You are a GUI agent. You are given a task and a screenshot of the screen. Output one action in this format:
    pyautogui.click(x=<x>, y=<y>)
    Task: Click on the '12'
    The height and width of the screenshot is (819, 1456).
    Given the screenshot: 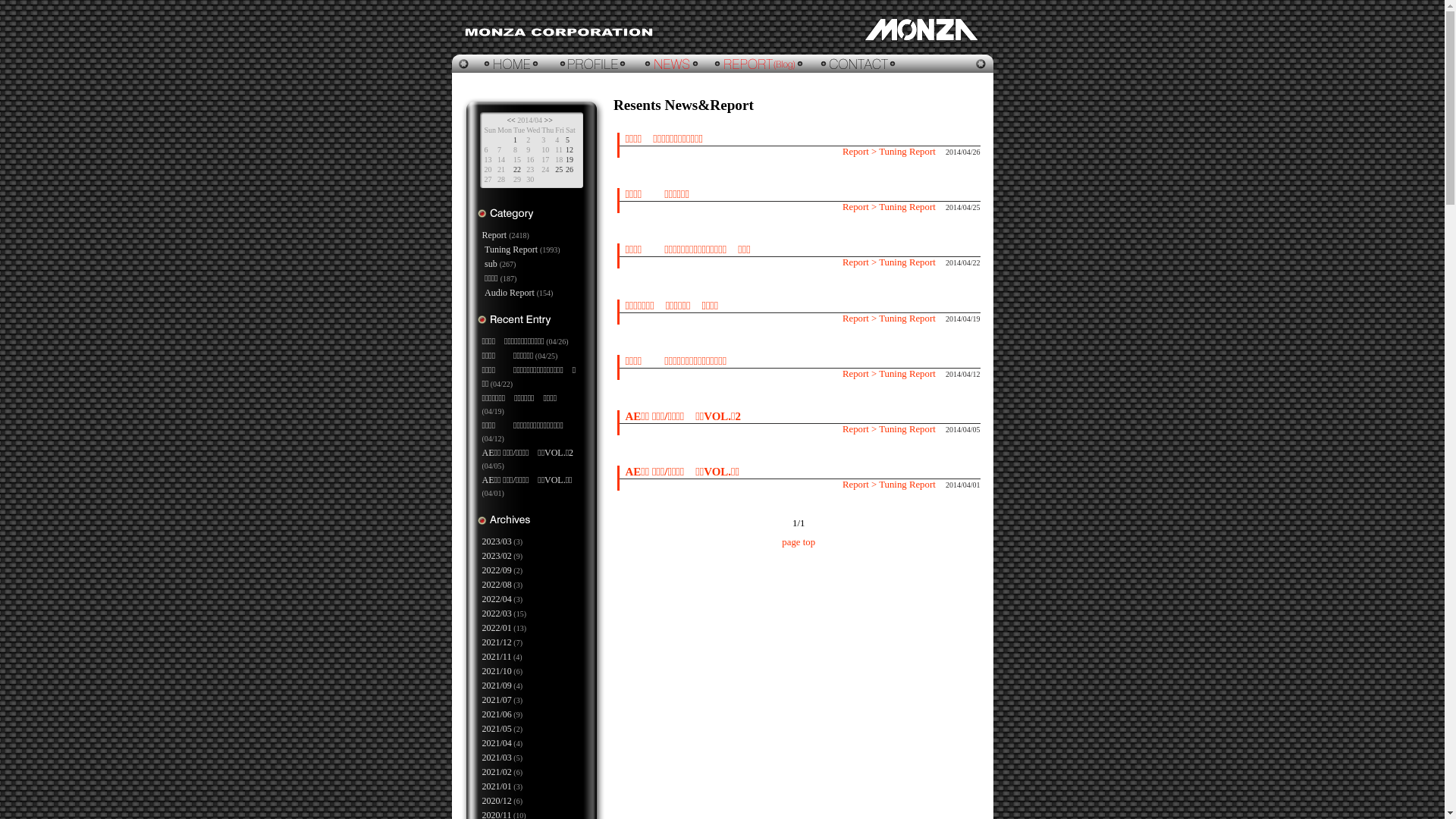 What is the action you would take?
    pyautogui.click(x=564, y=149)
    